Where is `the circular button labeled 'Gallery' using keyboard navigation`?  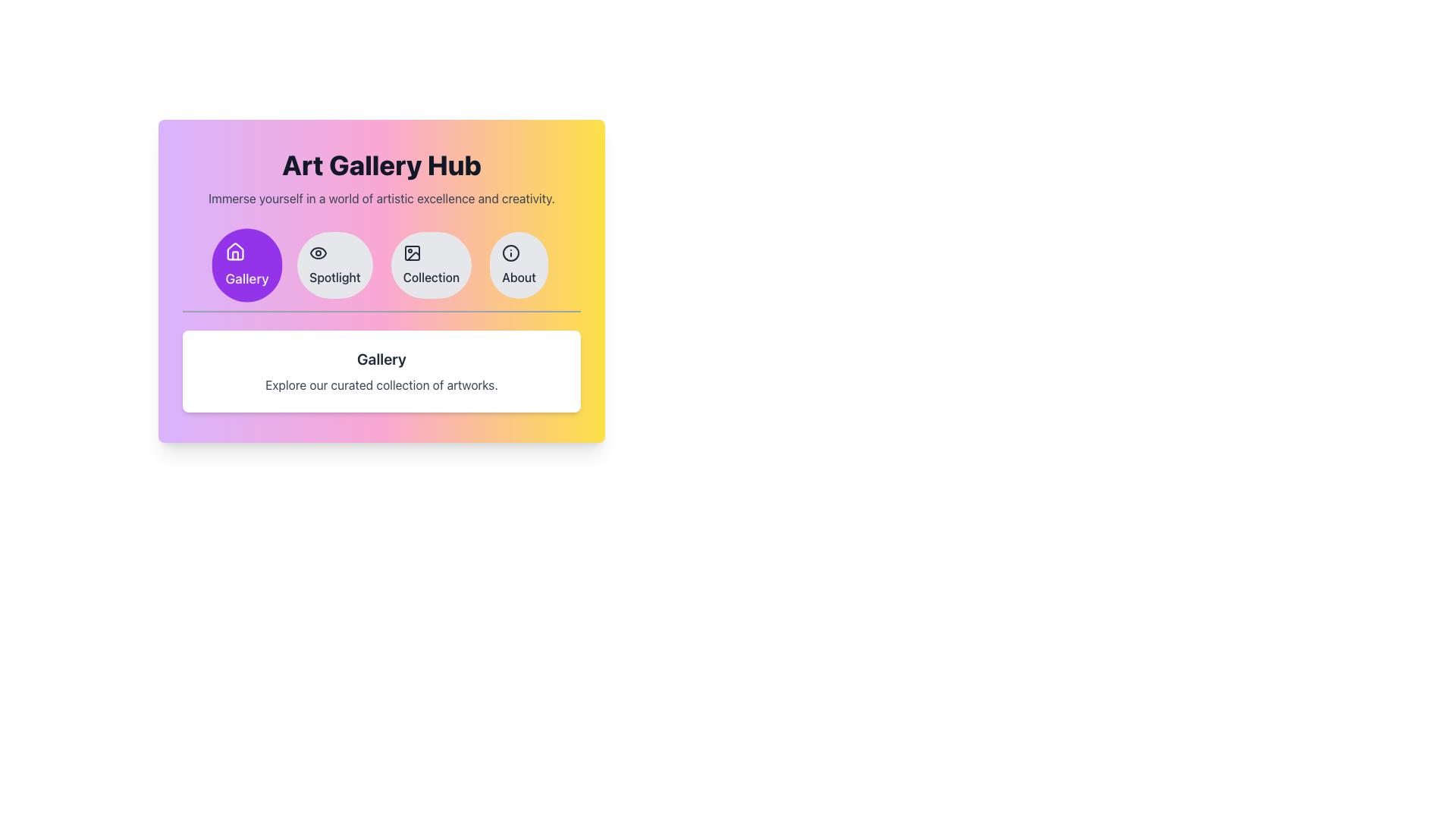
the circular button labeled 'Gallery' using keyboard navigation is located at coordinates (247, 265).